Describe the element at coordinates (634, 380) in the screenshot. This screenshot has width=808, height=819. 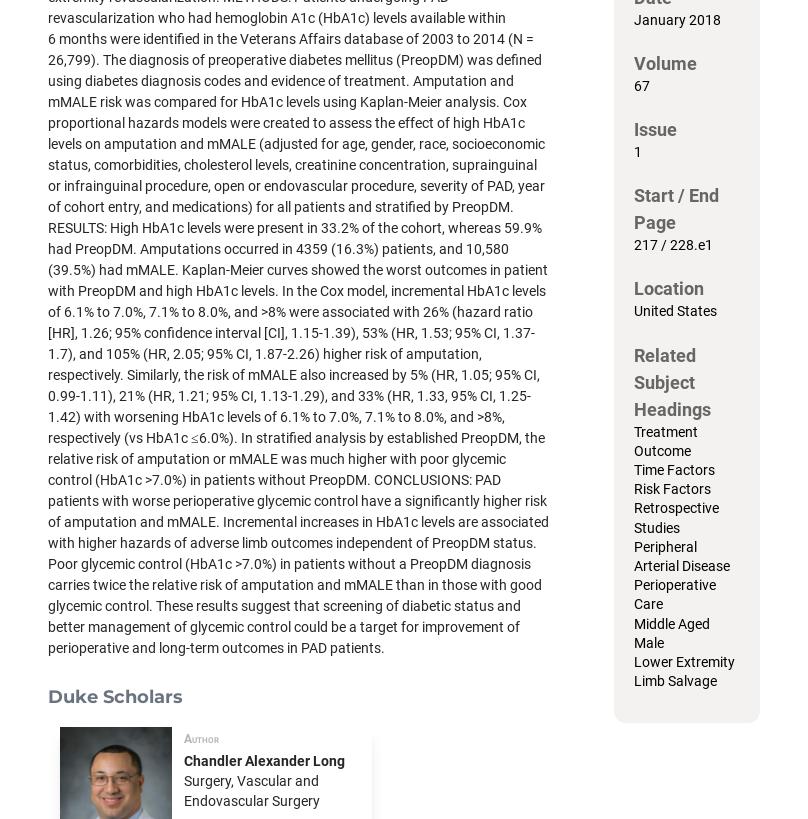
I see `'Related Subject Headings'` at that location.